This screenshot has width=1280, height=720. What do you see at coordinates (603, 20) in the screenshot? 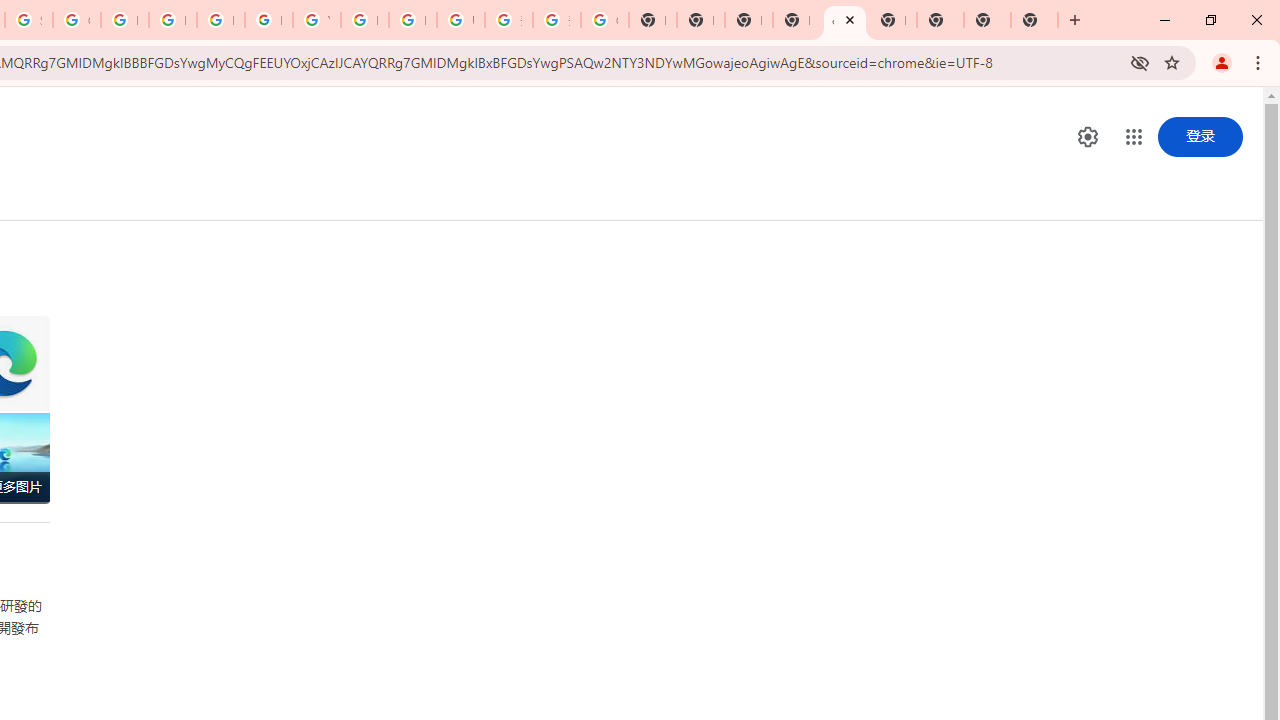
I see `'Google Images'` at bounding box center [603, 20].